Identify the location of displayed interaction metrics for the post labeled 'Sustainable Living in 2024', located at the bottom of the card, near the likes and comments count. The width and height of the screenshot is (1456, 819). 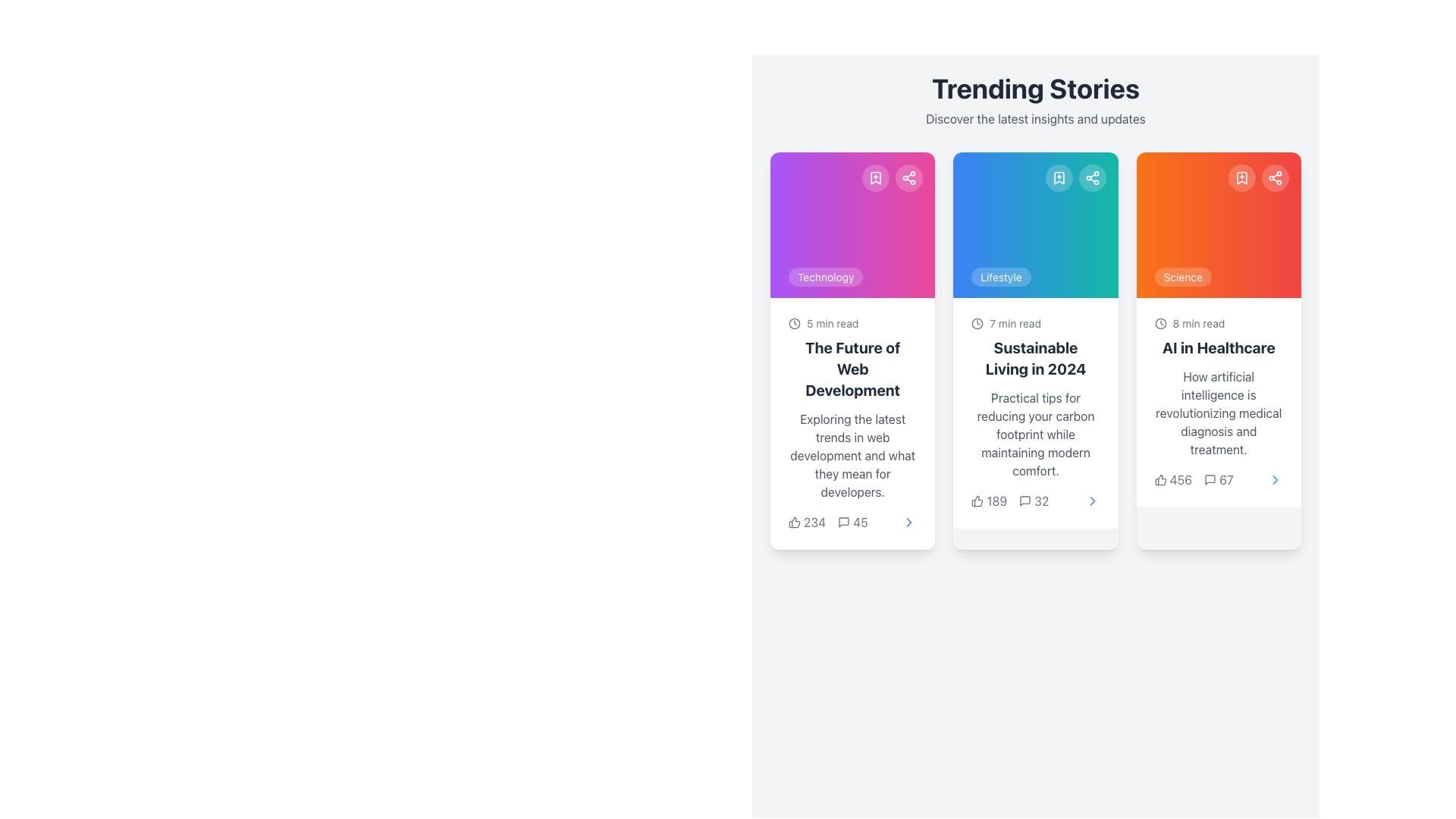
(1010, 500).